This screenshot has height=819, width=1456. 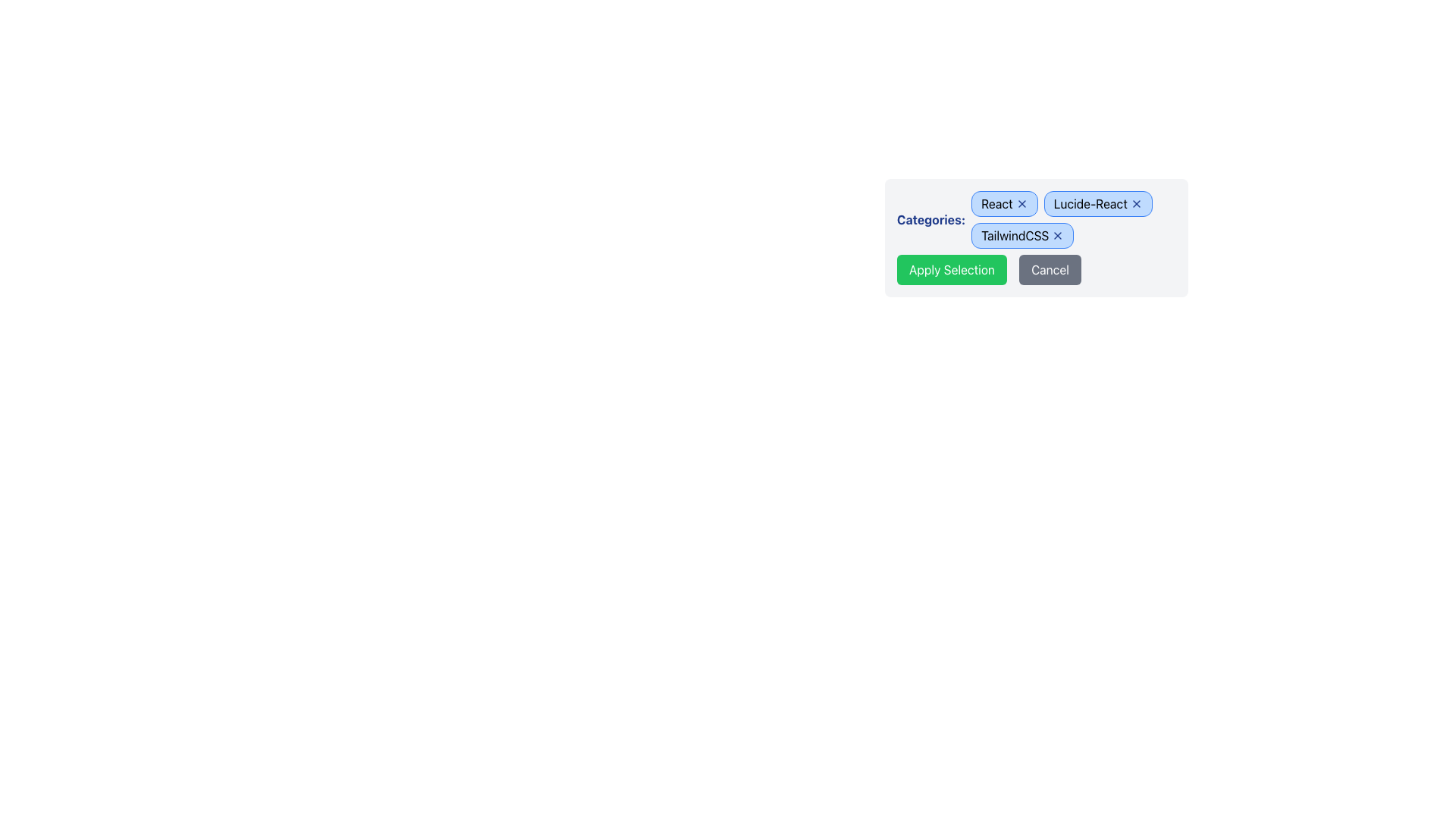 What do you see at coordinates (1004, 203) in the screenshot?
I see `the selectable category tag labeled 'React', which is the first button in a horizontal list below the label 'Categories:'` at bounding box center [1004, 203].